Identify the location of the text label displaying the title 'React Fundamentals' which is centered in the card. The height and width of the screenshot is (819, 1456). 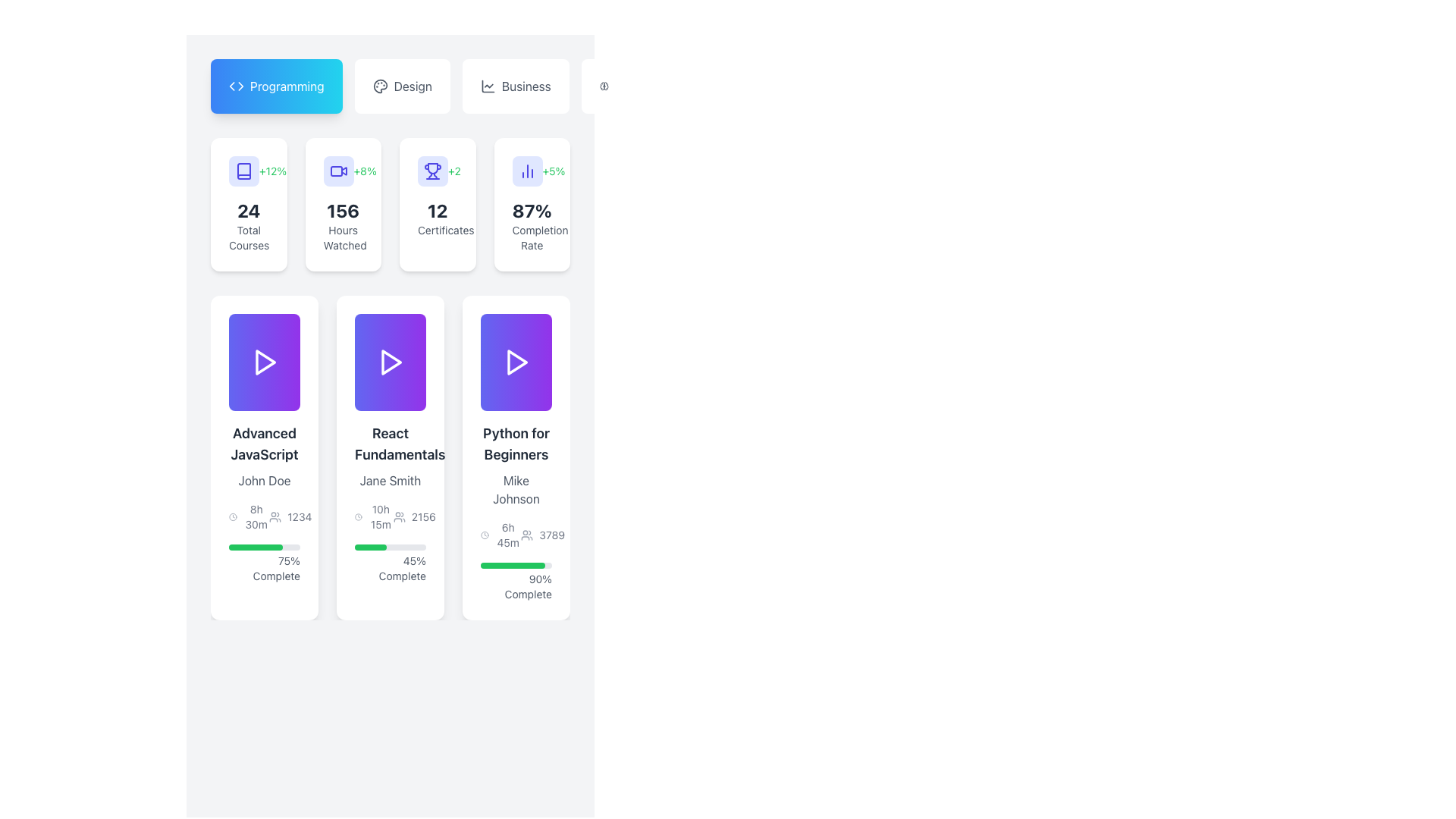
(390, 444).